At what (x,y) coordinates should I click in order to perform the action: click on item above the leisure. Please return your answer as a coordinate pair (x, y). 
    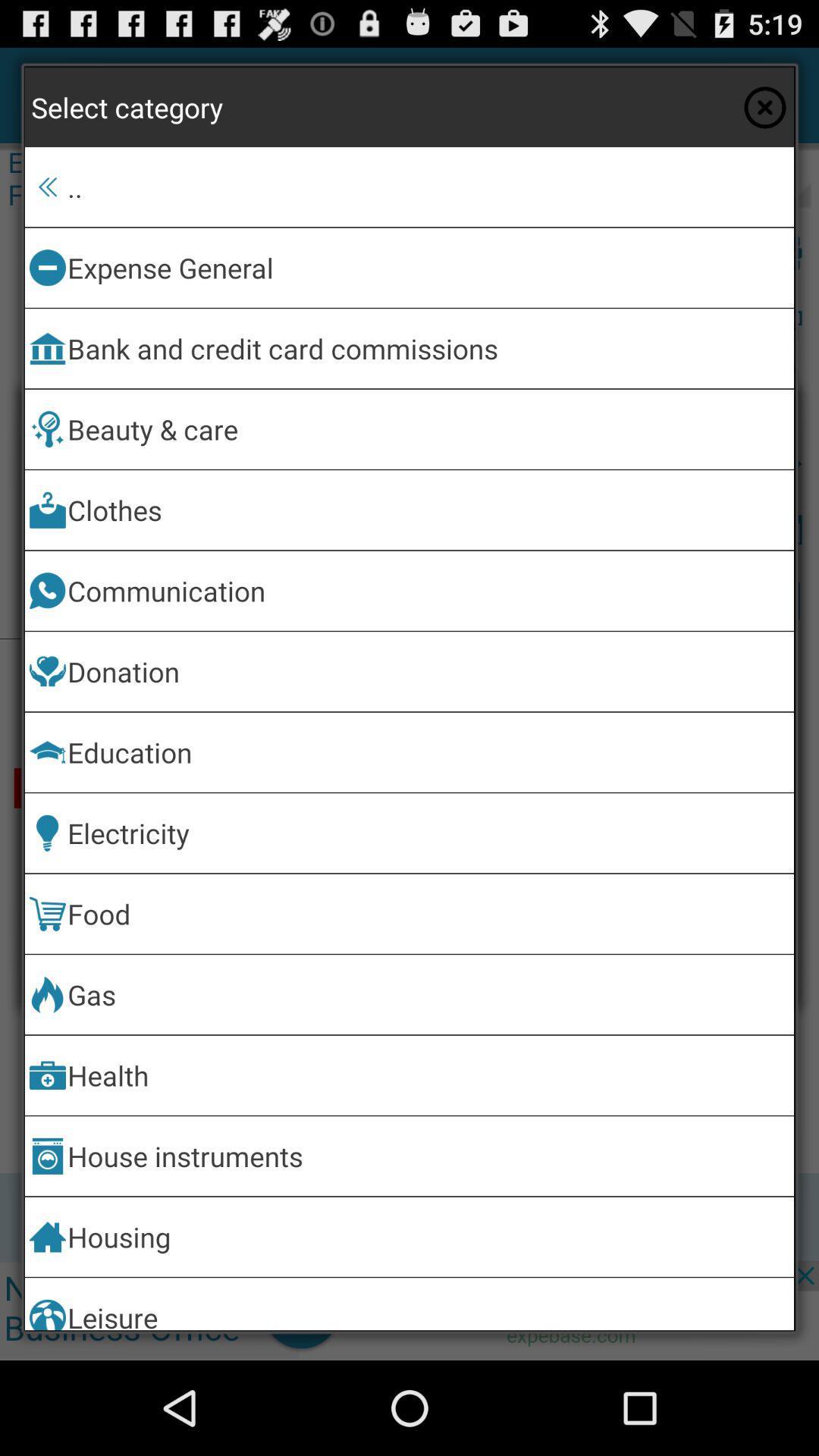
    Looking at the image, I should click on (428, 1237).